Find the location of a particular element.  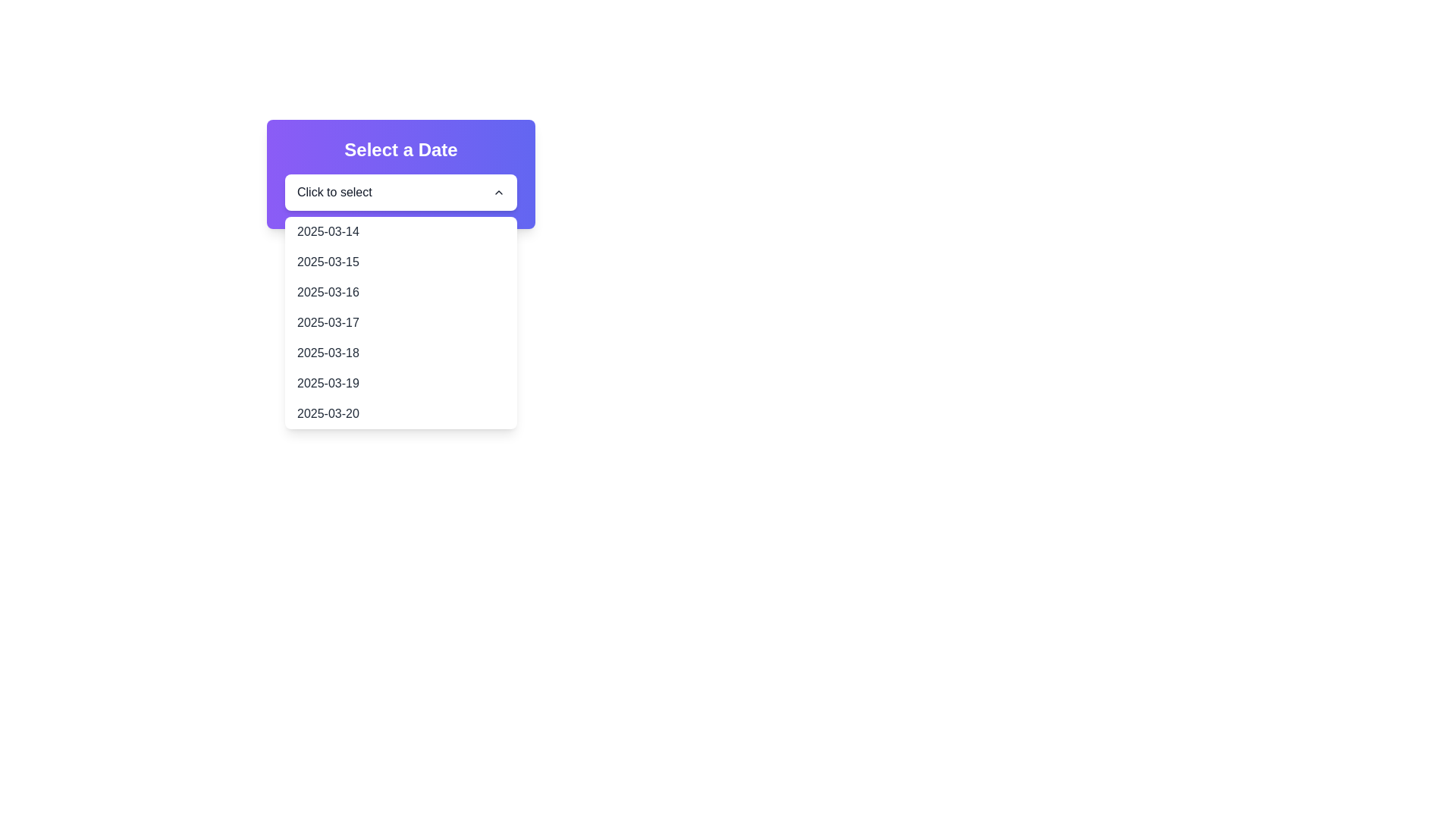

the selectable list item displaying the date '2025-03-19' within the dropdown menu labeled 'Select a Date' is located at coordinates (327, 382).